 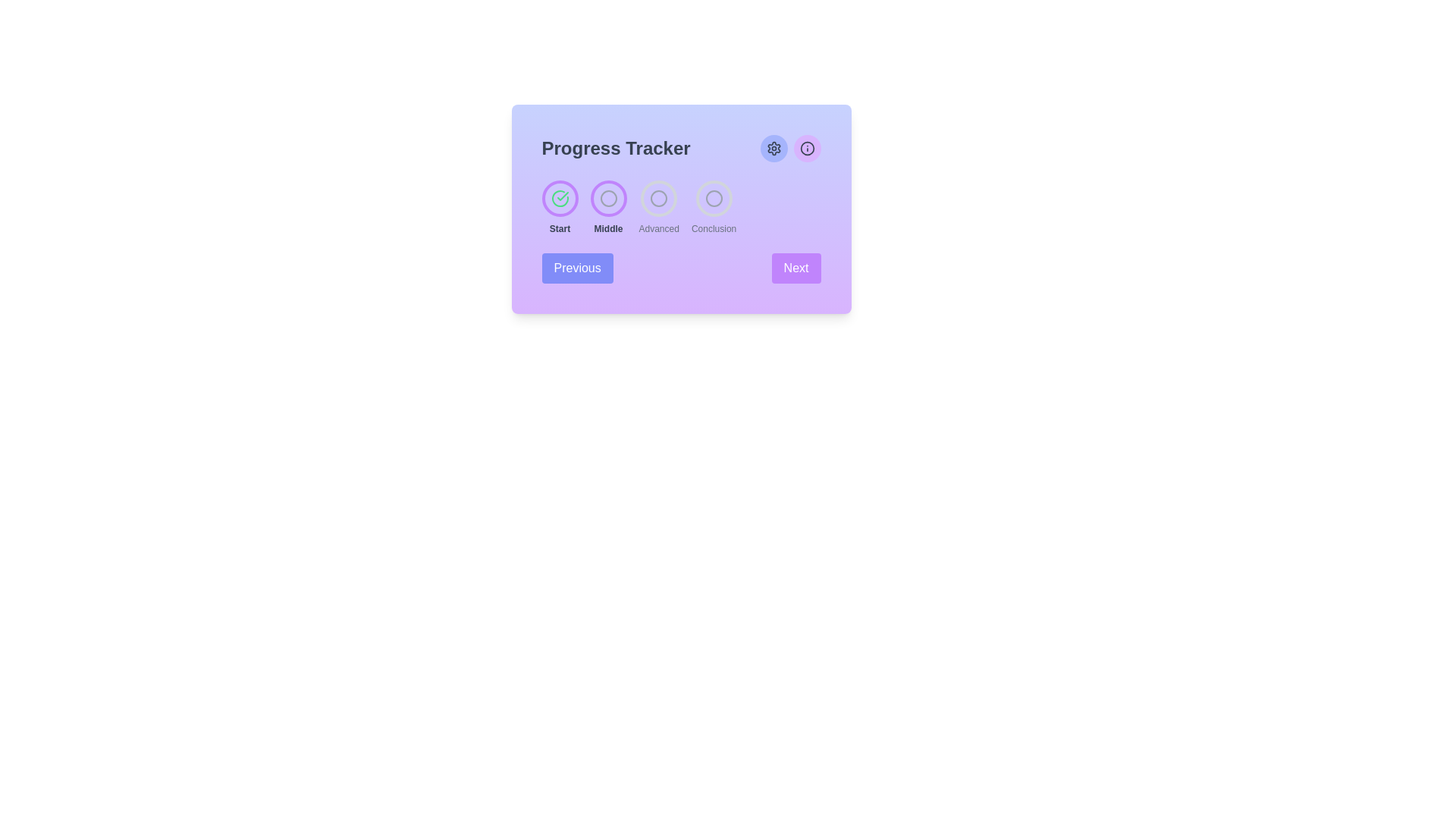 What do you see at coordinates (608, 198) in the screenshot?
I see `the circular visual indicator representing the 'Middle' step in the 'Progress Tracker' component, which is styled as an empty ring with a gray stroke` at bounding box center [608, 198].